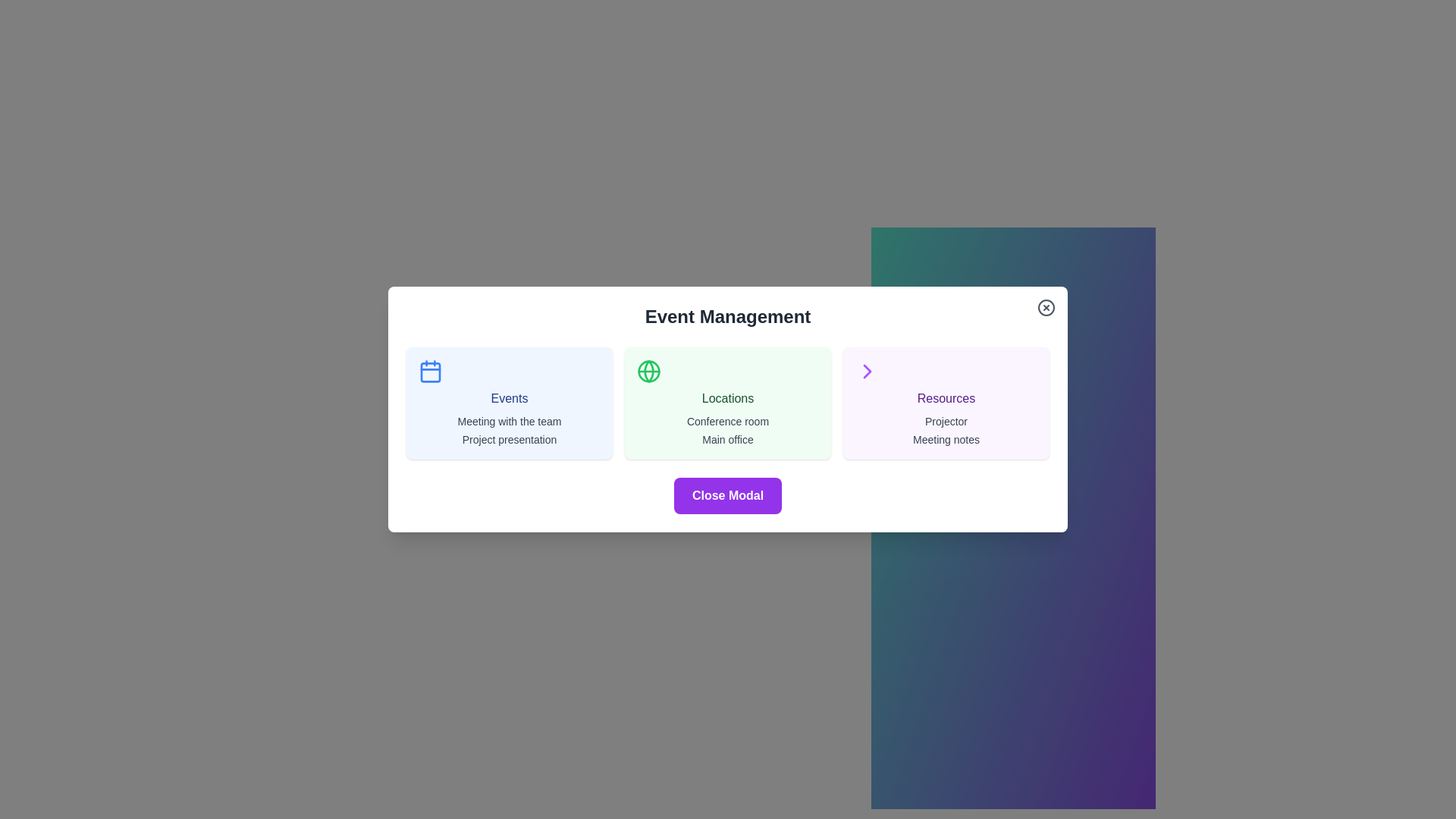  What do you see at coordinates (510, 421) in the screenshot?
I see `the text label that displays 'Meeting with the team', which is styled in gray and located in the 'Events' section` at bounding box center [510, 421].